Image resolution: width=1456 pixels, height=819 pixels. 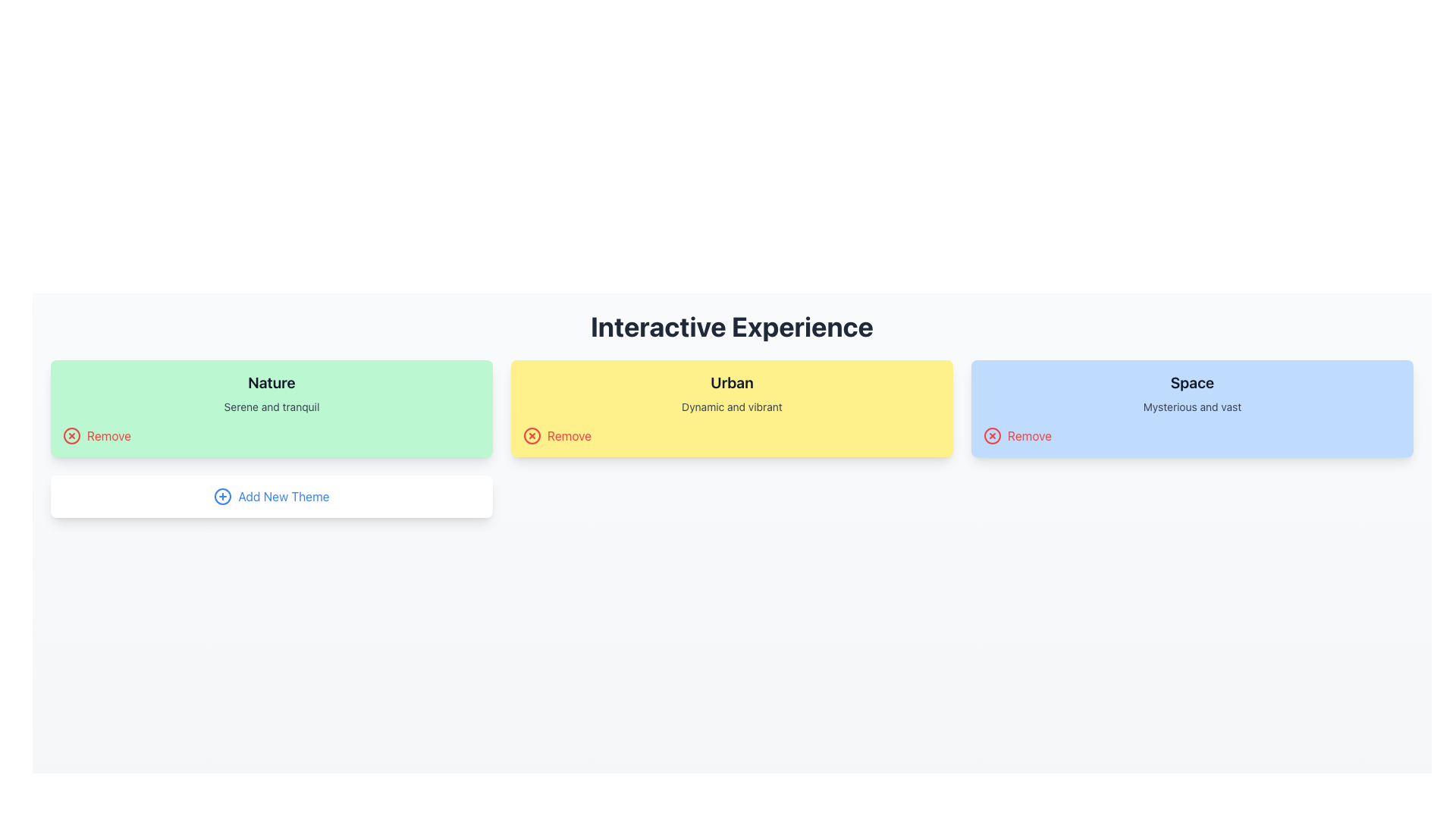 What do you see at coordinates (1018, 435) in the screenshot?
I see `the 'Remove' button with a red color and a white 'X' icon located in the bottom-right corner of the 'Space' card` at bounding box center [1018, 435].